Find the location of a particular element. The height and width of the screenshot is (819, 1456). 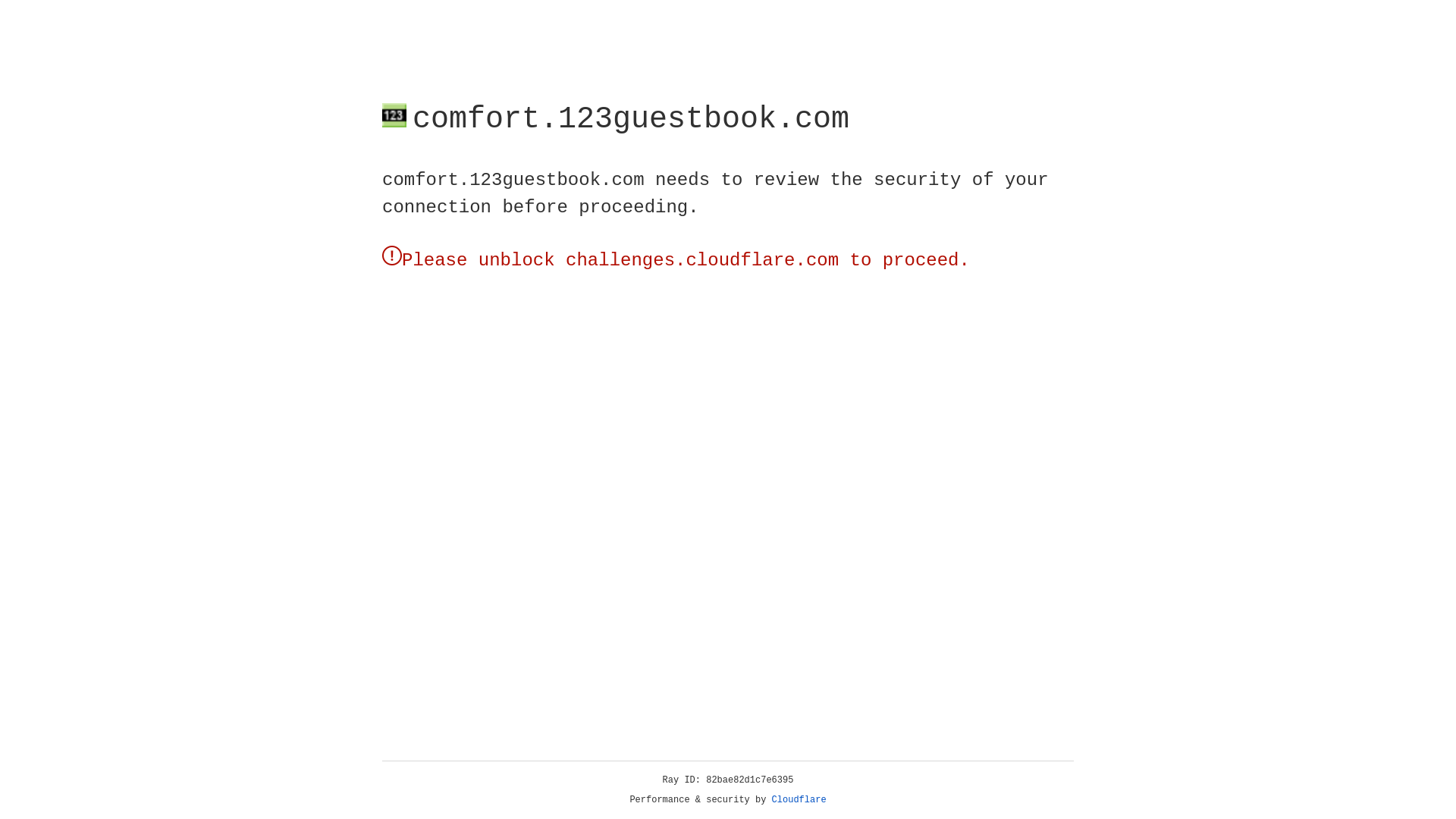

'Cloudflare' is located at coordinates (799, 799).